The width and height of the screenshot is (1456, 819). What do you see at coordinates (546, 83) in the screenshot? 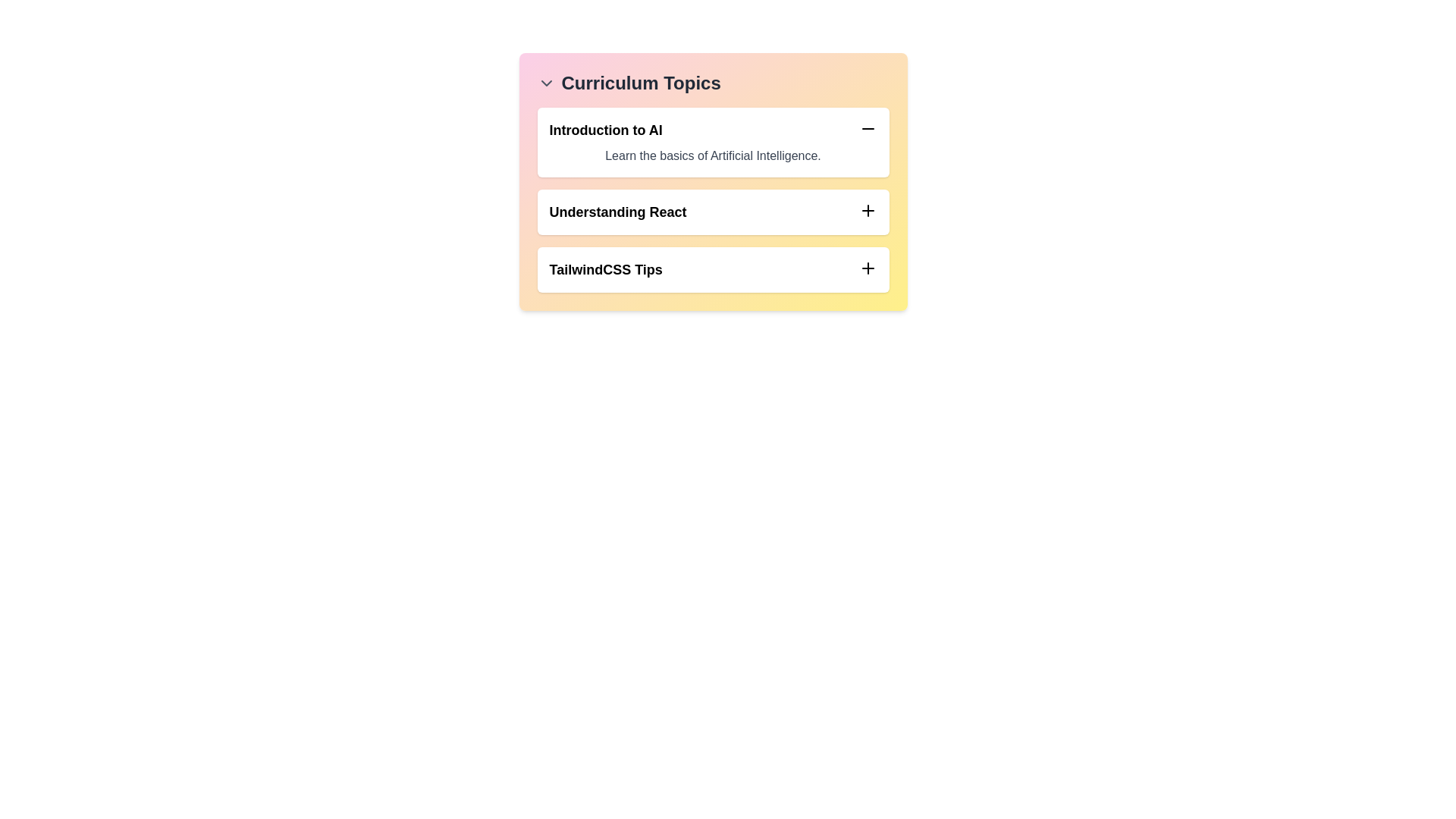
I see `the chevron icon next to 'Curriculum Topics' to toggle the list visibility` at bounding box center [546, 83].